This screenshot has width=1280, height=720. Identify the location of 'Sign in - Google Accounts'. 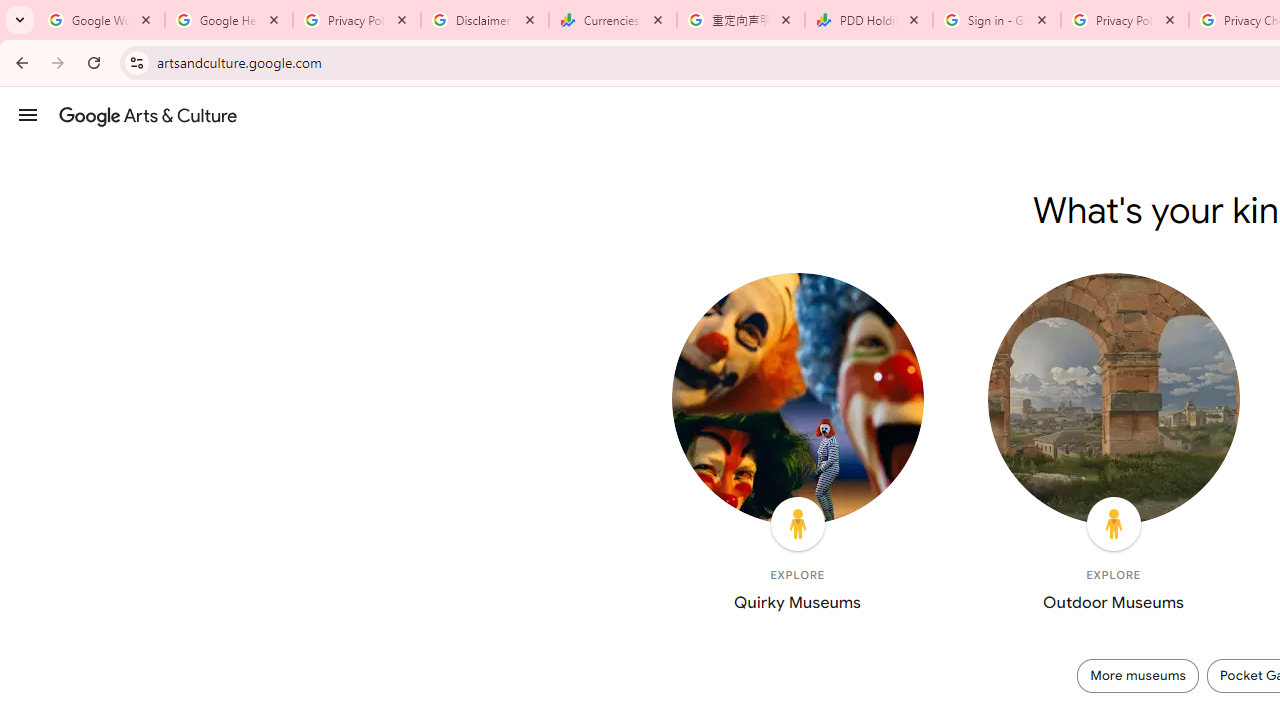
(997, 20).